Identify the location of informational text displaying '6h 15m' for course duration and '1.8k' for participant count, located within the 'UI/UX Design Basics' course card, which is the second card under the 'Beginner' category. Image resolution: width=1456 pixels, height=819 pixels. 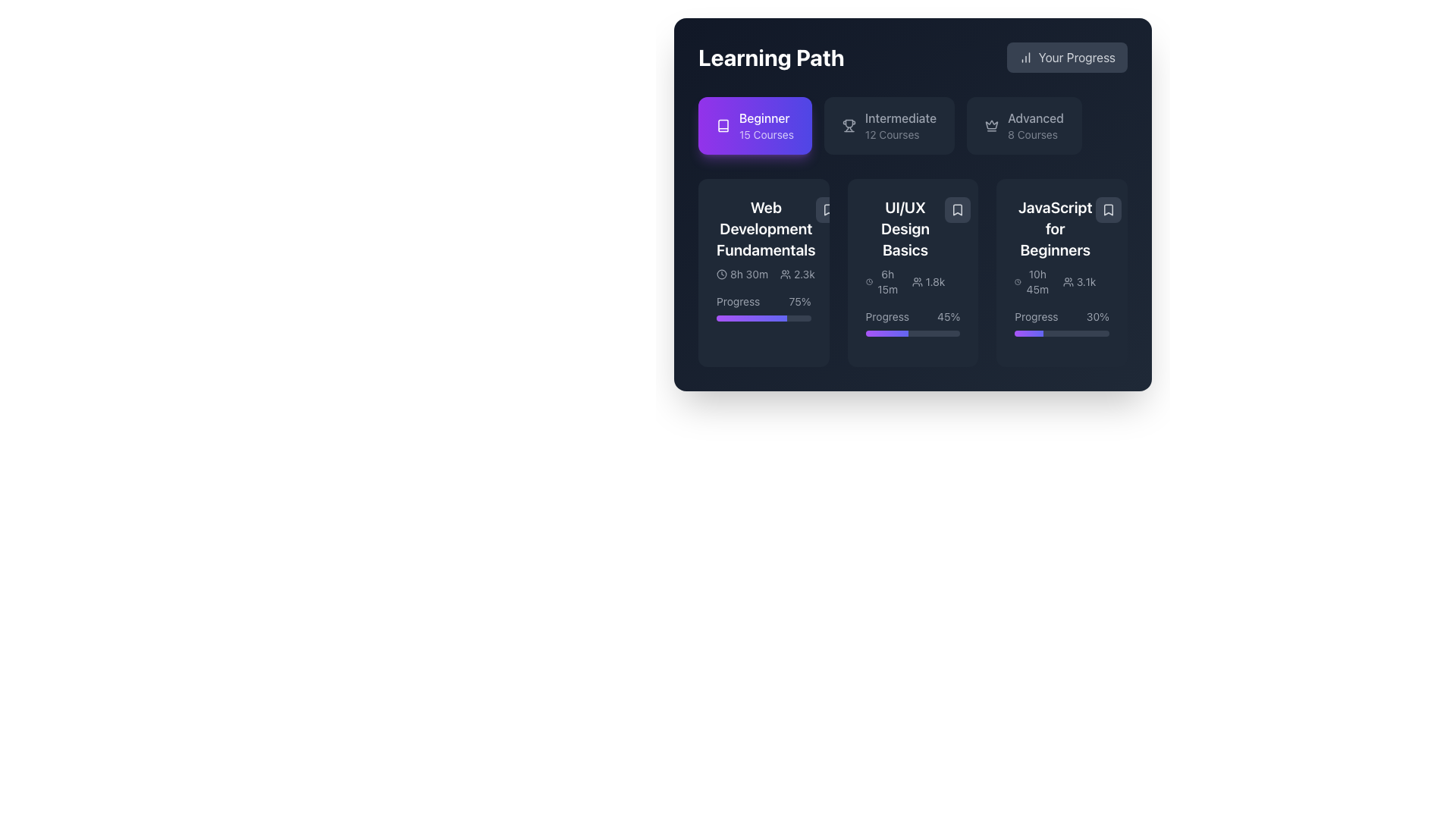
(905, 281).